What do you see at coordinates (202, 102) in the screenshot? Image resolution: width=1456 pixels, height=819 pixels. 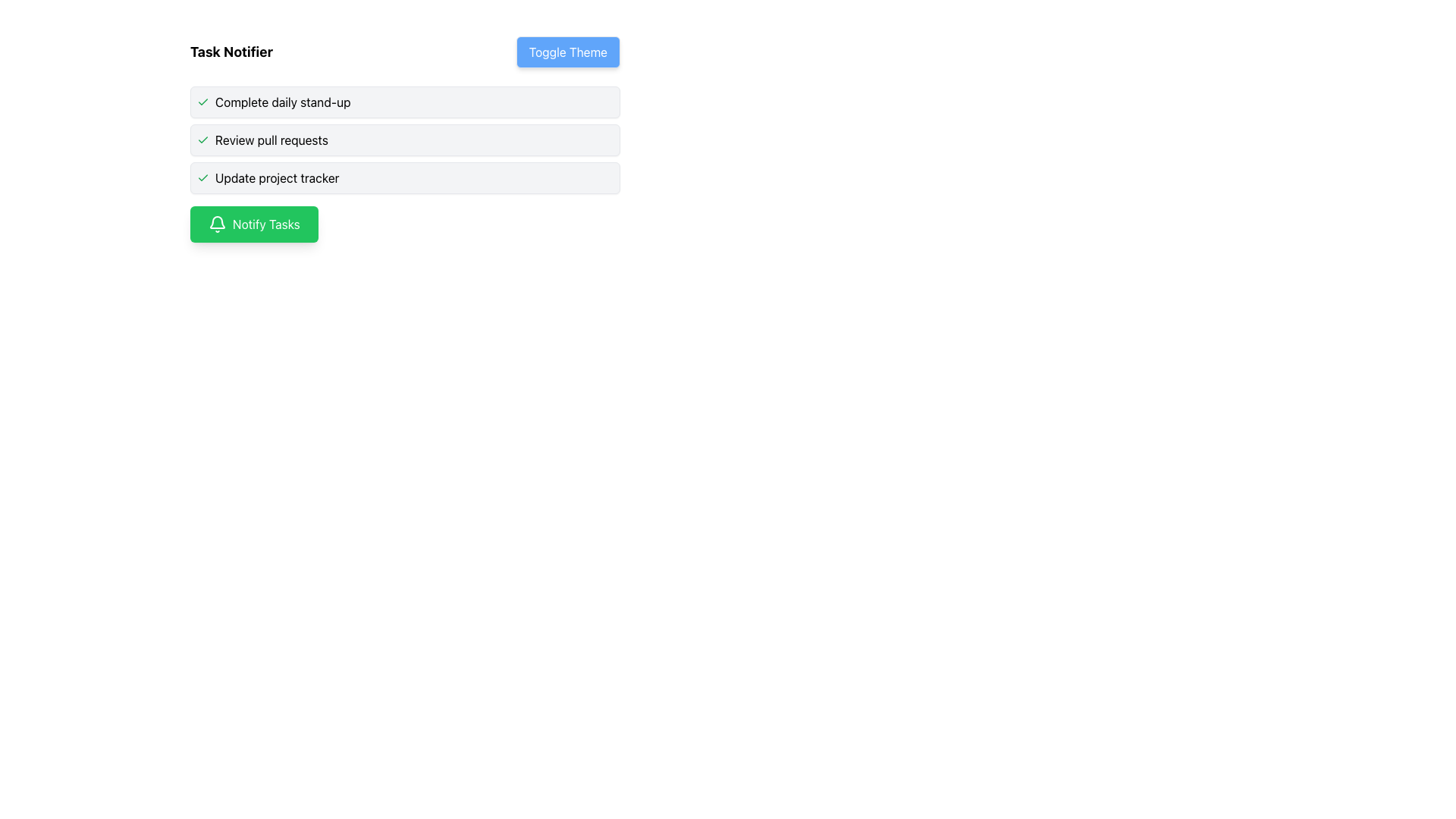 I see `the state of the completion indicator icon next to the text 'Complete daily stand-up' in the task list` at bounding box center [202, 102].